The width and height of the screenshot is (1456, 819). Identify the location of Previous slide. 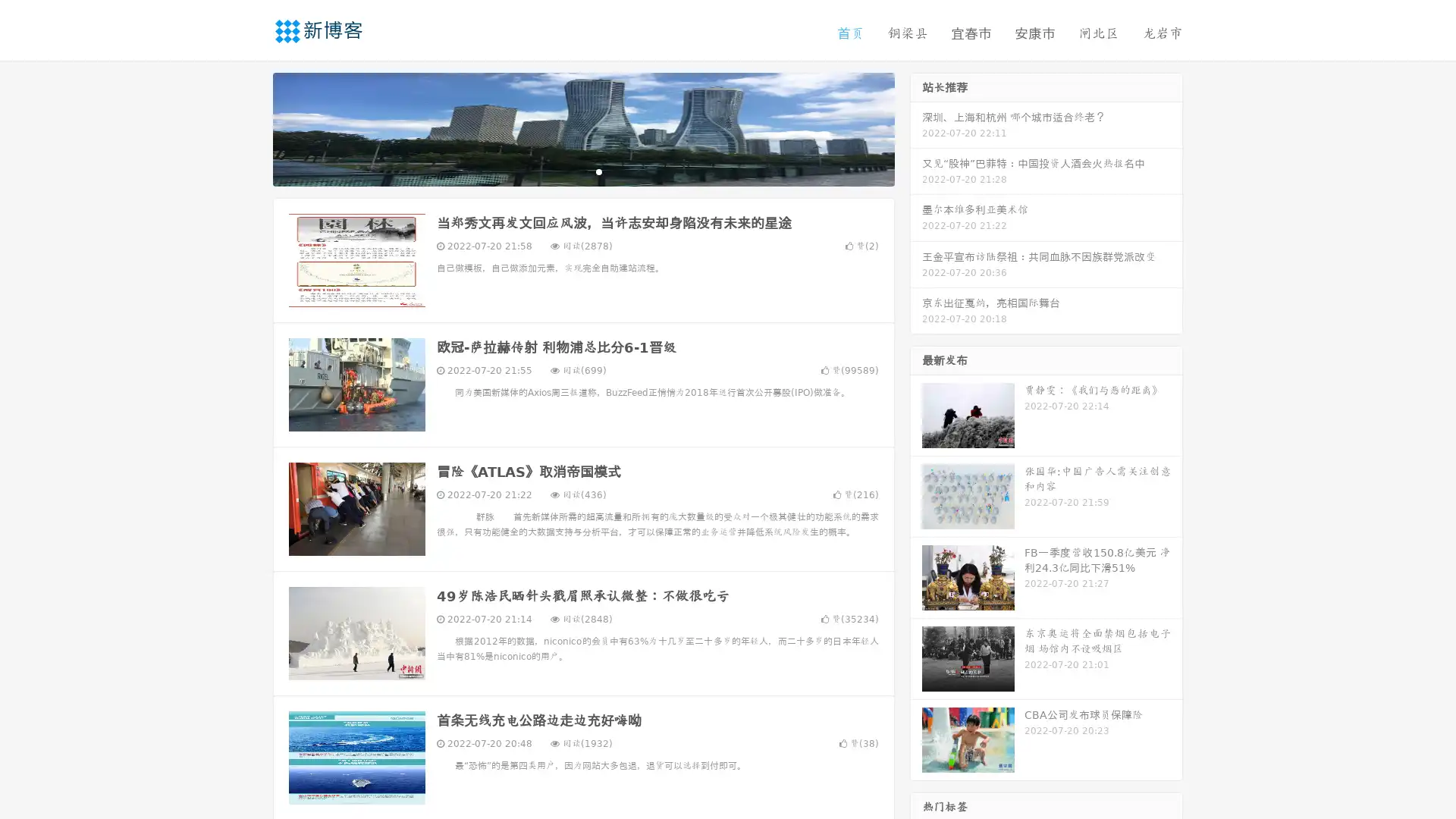
(250, 127).